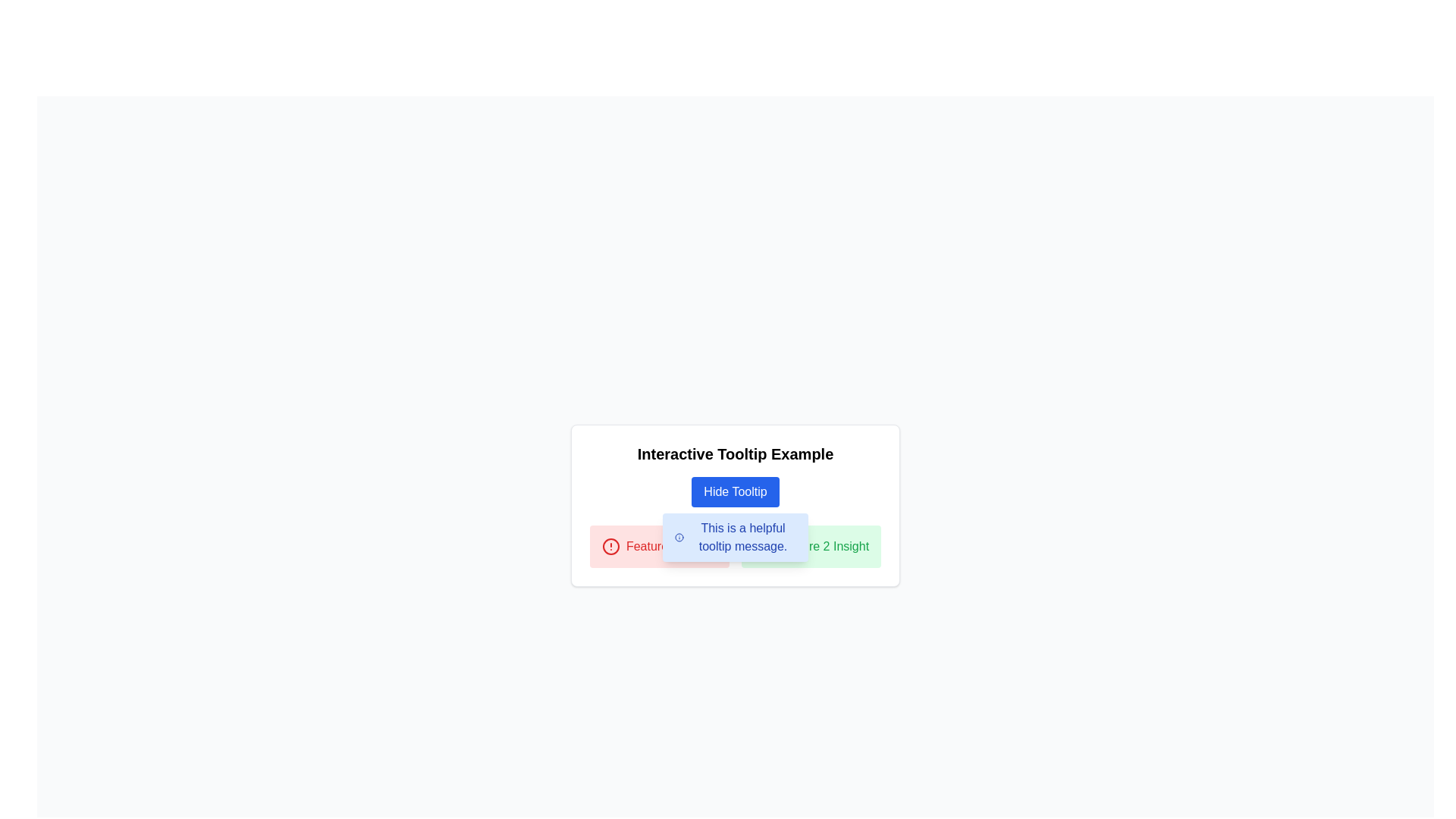  Describe the element at coordinates (735, 537) in the screenshot. I see `the tooltip that displays the message 'This is a helpful tooltip message.' by moving the cursor to its center point` at that location.